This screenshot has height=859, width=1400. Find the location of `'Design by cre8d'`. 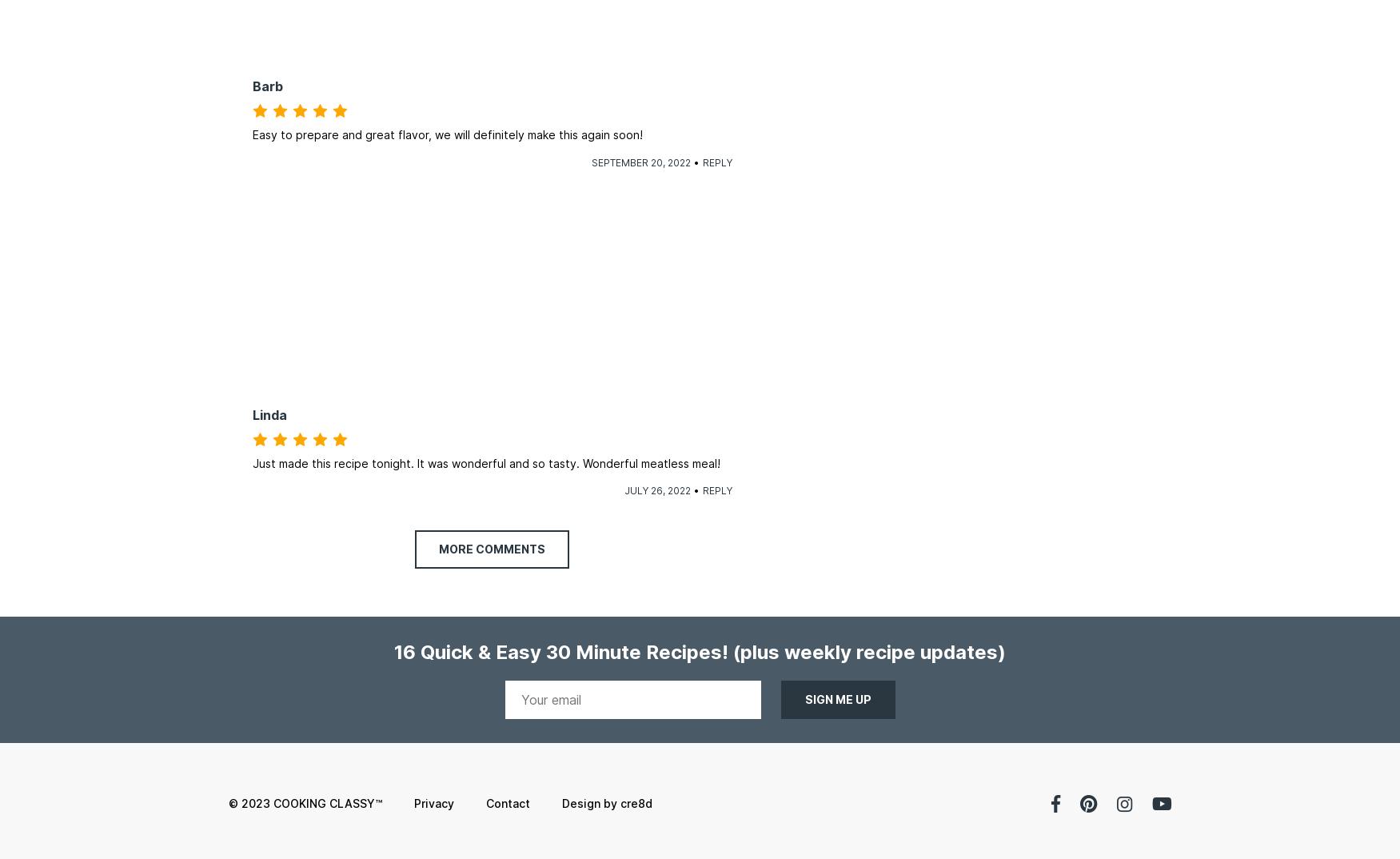

'Design by cre8d' is located at coordinates (605, 802).